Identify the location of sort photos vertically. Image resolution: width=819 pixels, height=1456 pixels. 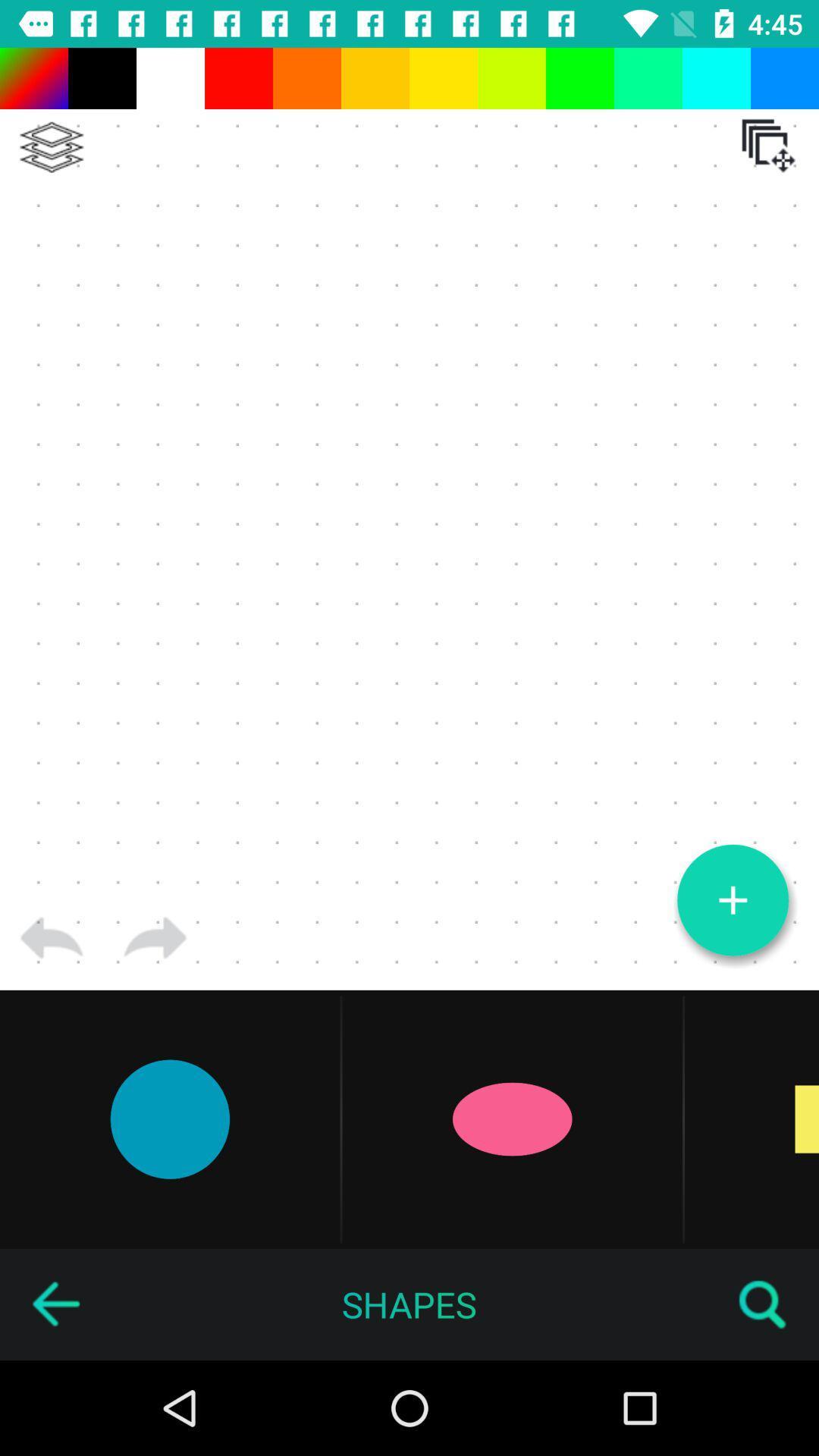
(51, 147).